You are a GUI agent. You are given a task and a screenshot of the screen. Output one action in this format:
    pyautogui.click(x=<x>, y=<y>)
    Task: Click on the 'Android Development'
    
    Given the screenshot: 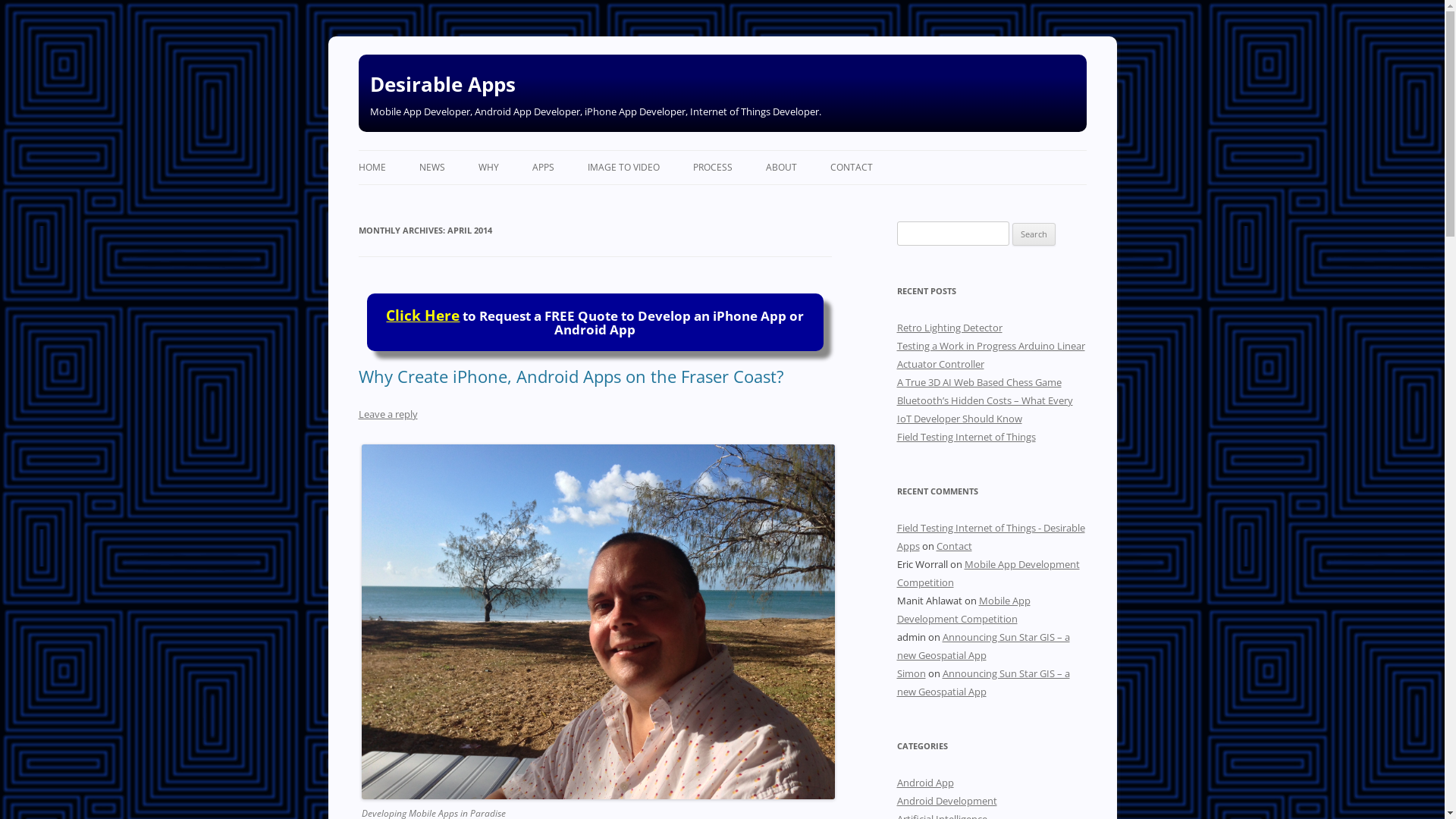 What is the action you would take?
    pyautogui.click(x=946, y=800)
    